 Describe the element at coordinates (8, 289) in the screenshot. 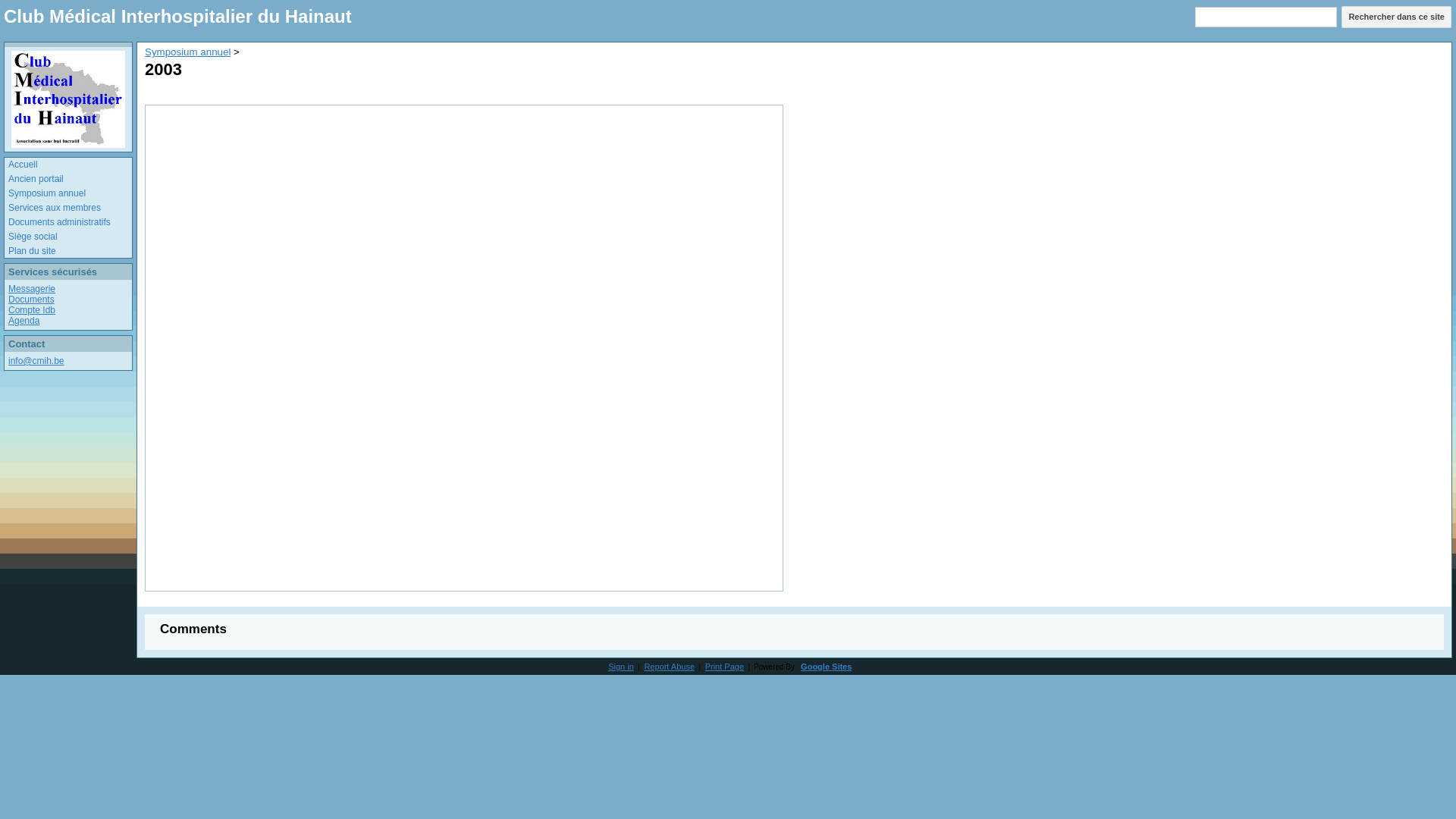

I see `'Messagerie'` at that location.